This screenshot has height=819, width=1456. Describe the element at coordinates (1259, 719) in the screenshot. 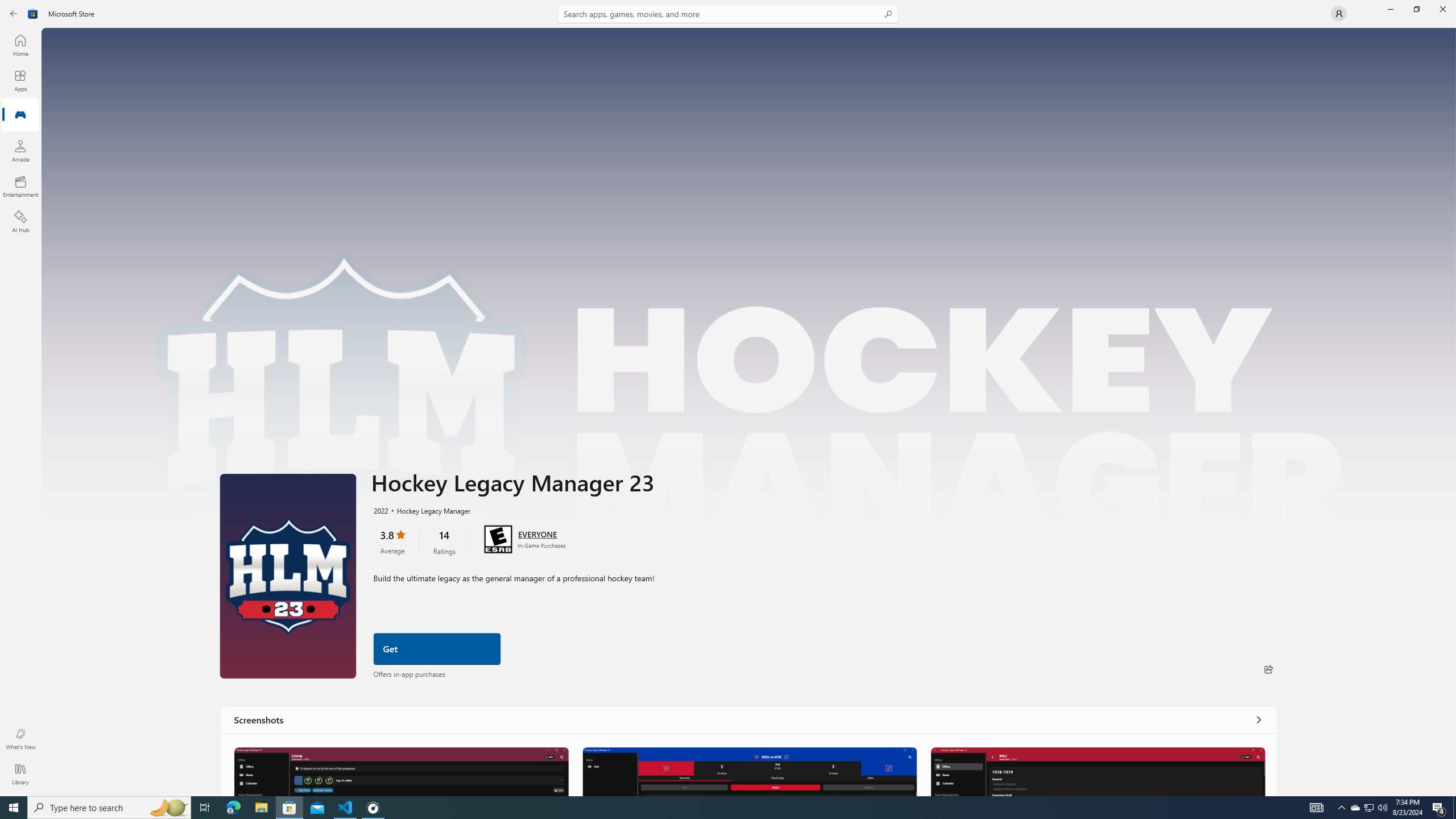

I see `'See all'` at that location.